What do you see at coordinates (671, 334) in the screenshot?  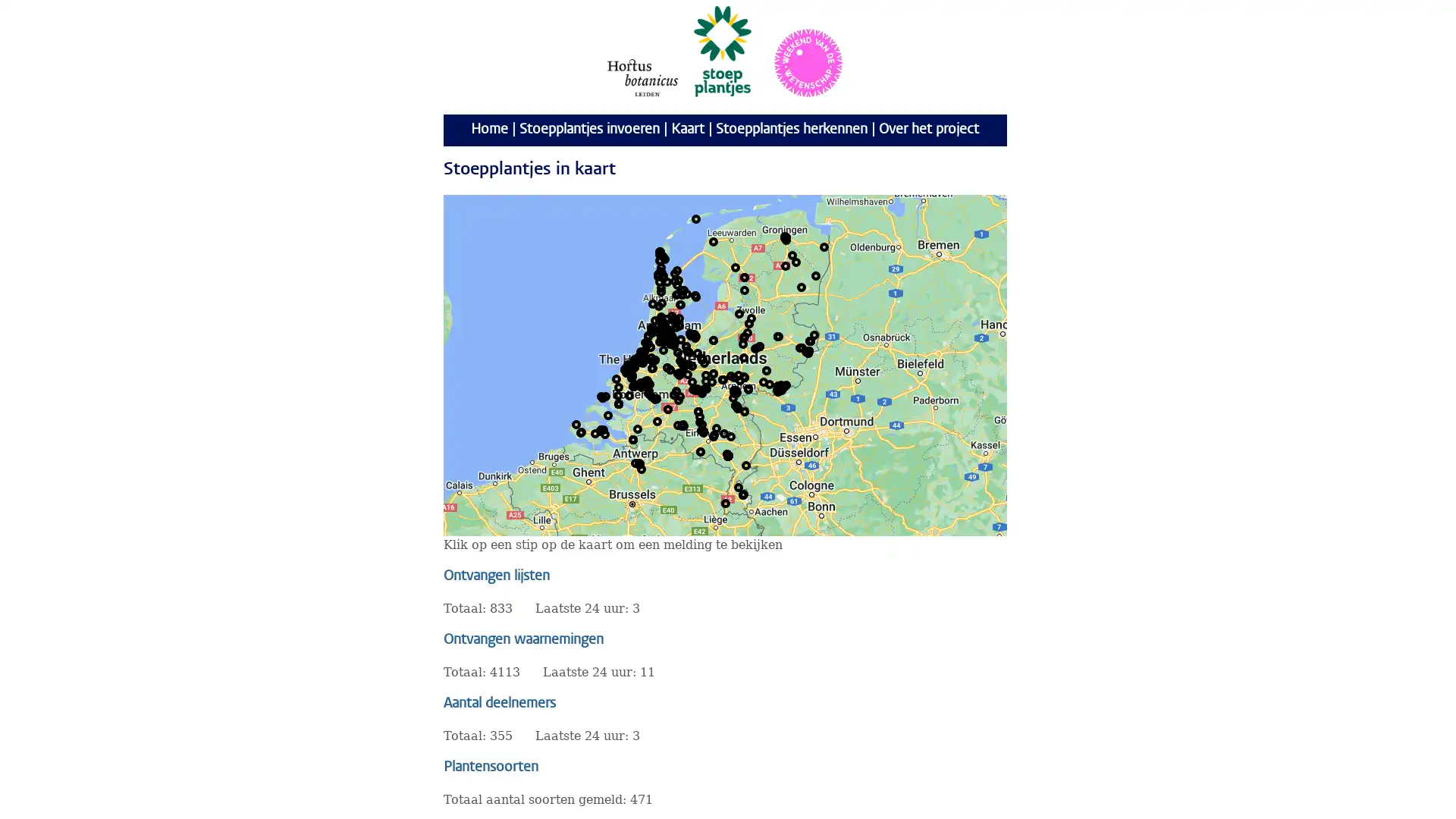 I see `Telling van op 21 december 2021` at bounding box center [671, 334].